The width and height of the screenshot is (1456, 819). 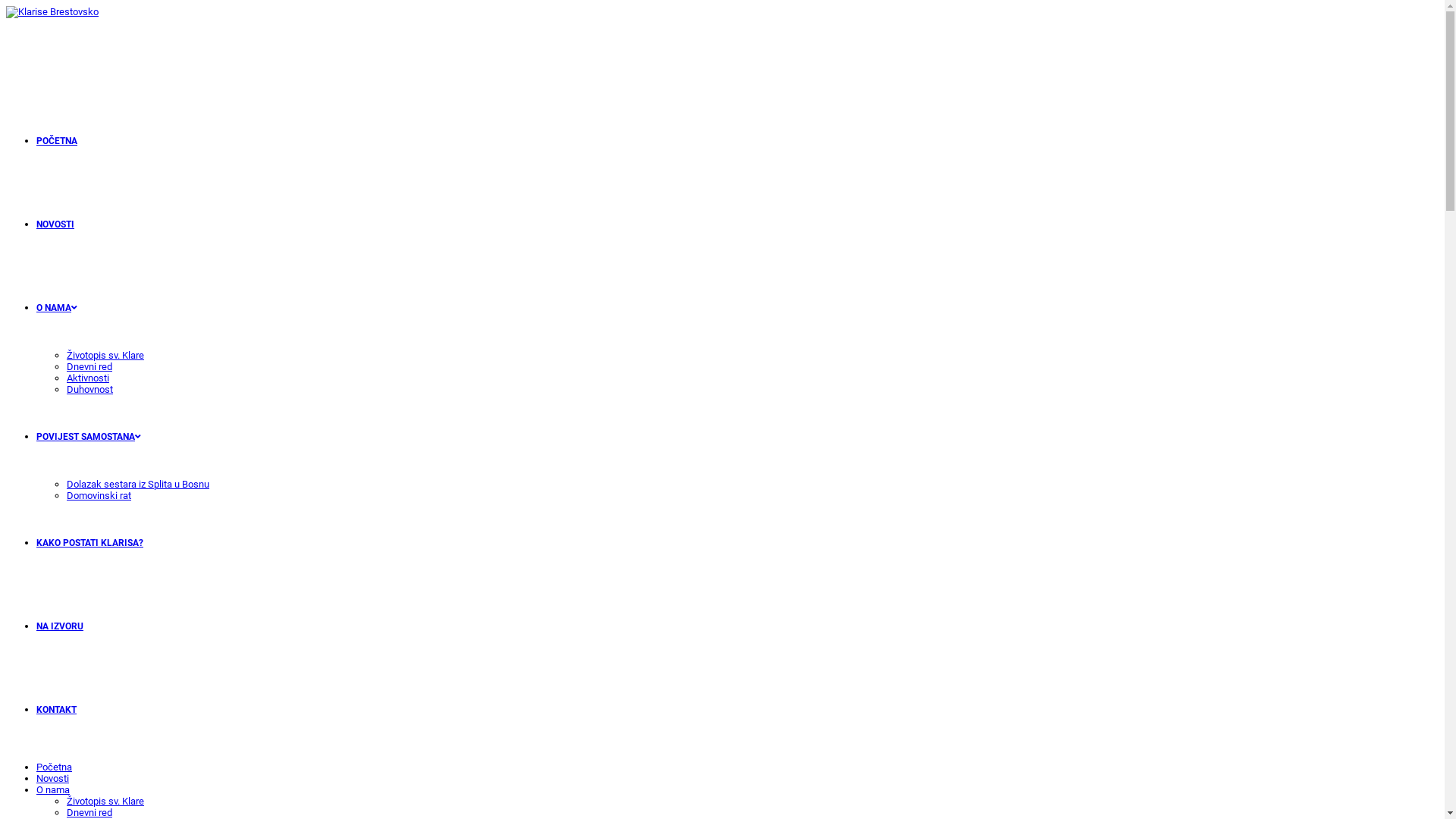 I want to click on 'O NAMA', so click(x=57, y=307).